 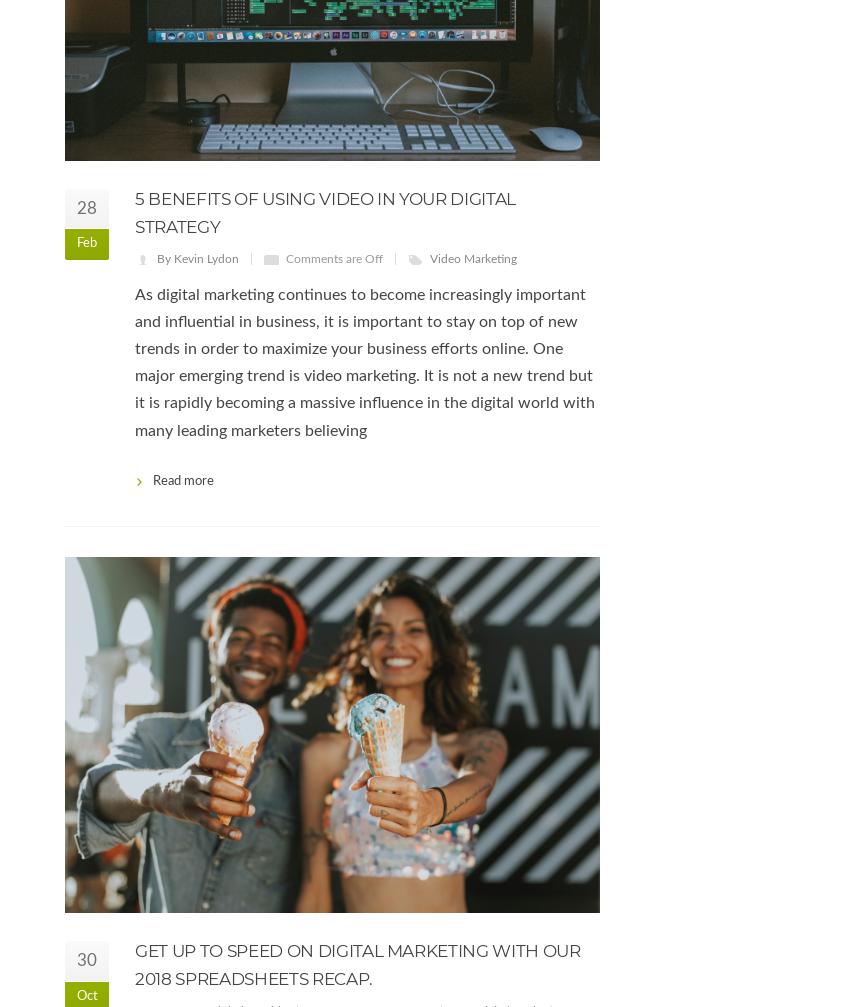 I want to click on 'Get up to speed on Digital Marketing with our 2018 spreadsheets recap.', so click(x=356, y=964).